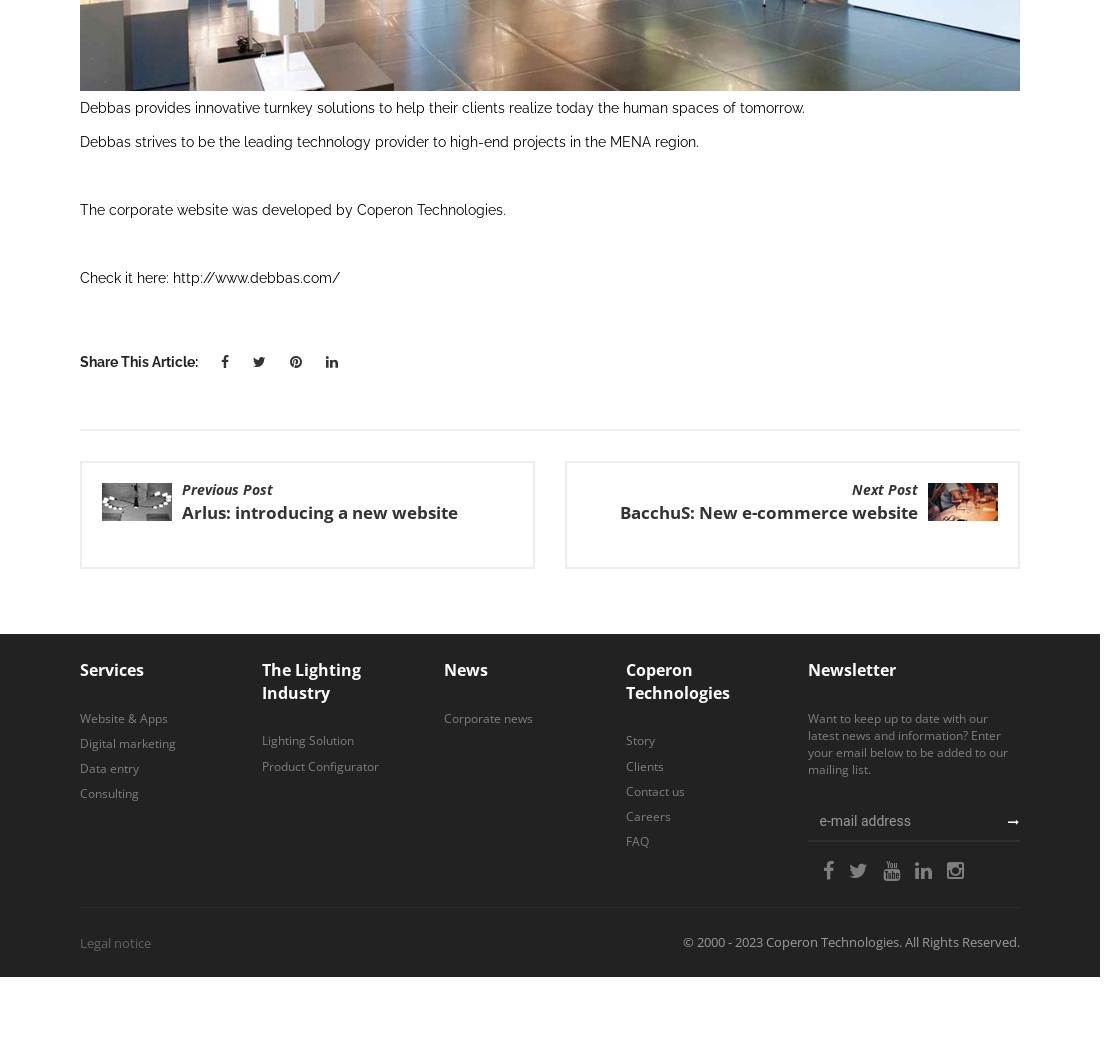 The height and width of the screenshot is (1055, 1115). Describe the element at coordinates (441, 105) in the screenshot. I see `'Debbas provides innovative turnkey solutions to help their clients realize today the human spaces of tomorrow.'` at that location.